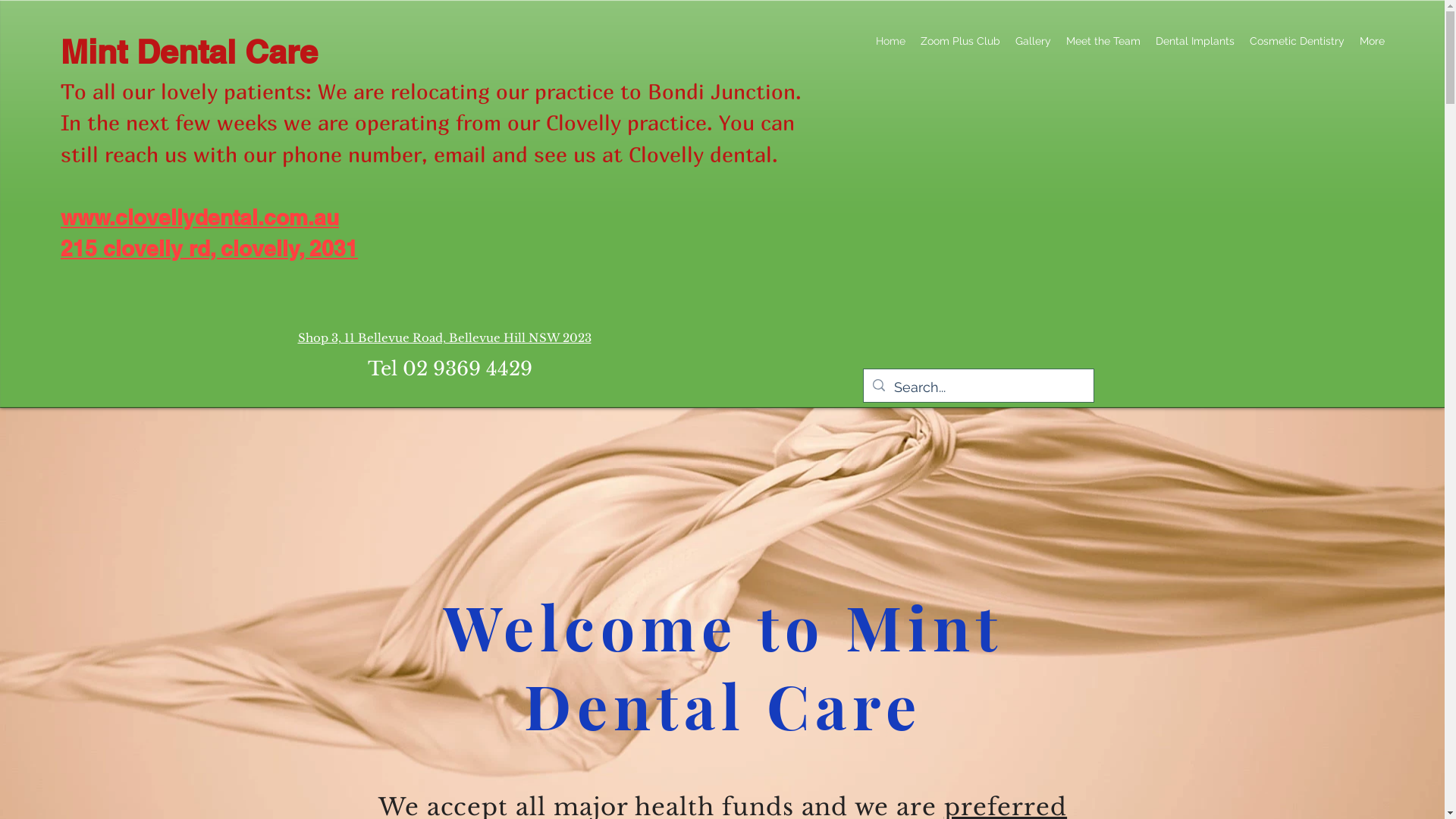  What do you see at coordinates (868, 40) in the screenshot?
I see `'Home'` at bounding box center [868, 40].